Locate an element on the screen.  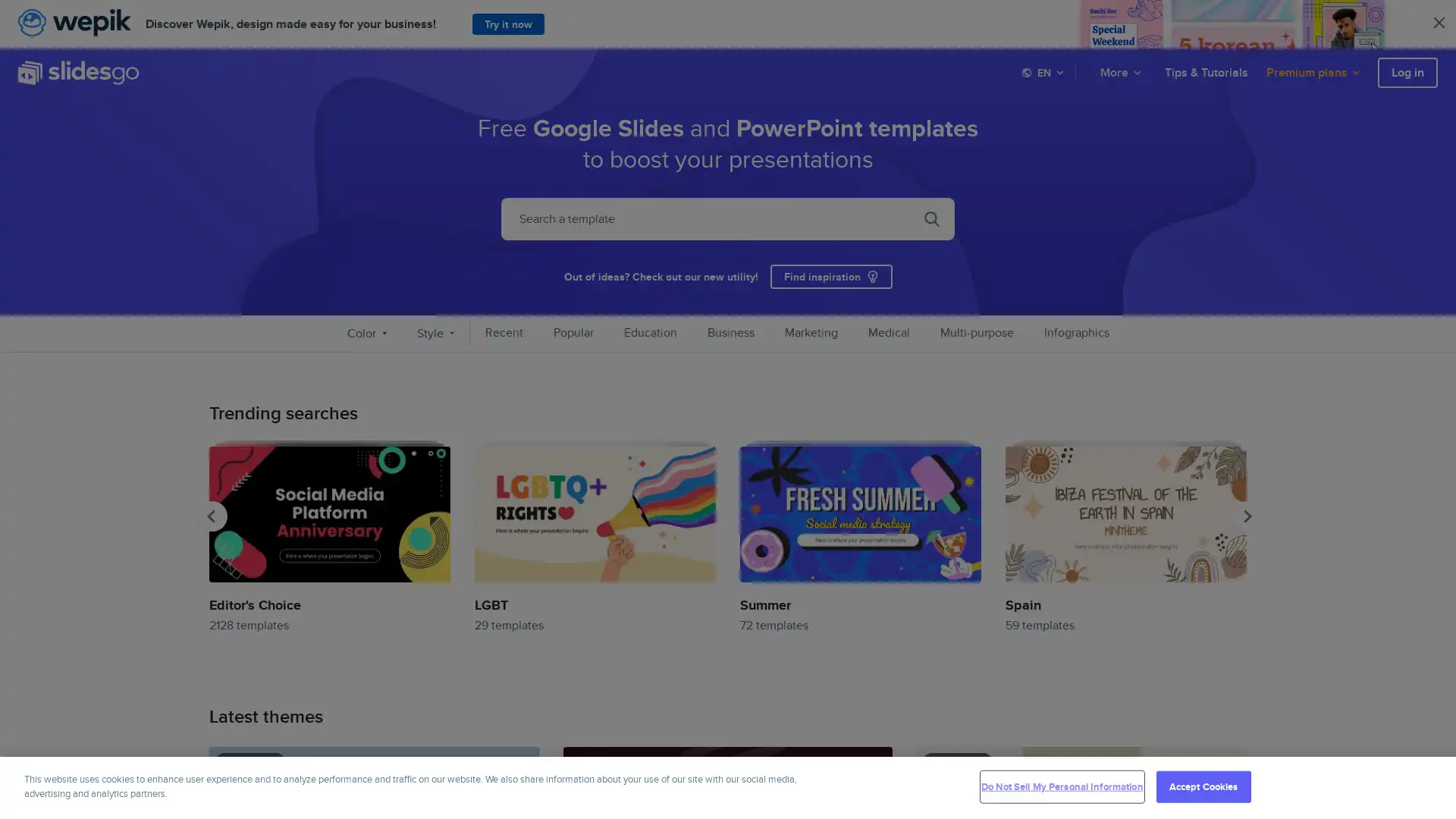
Open language picker is located at coordinates (1043, 72).